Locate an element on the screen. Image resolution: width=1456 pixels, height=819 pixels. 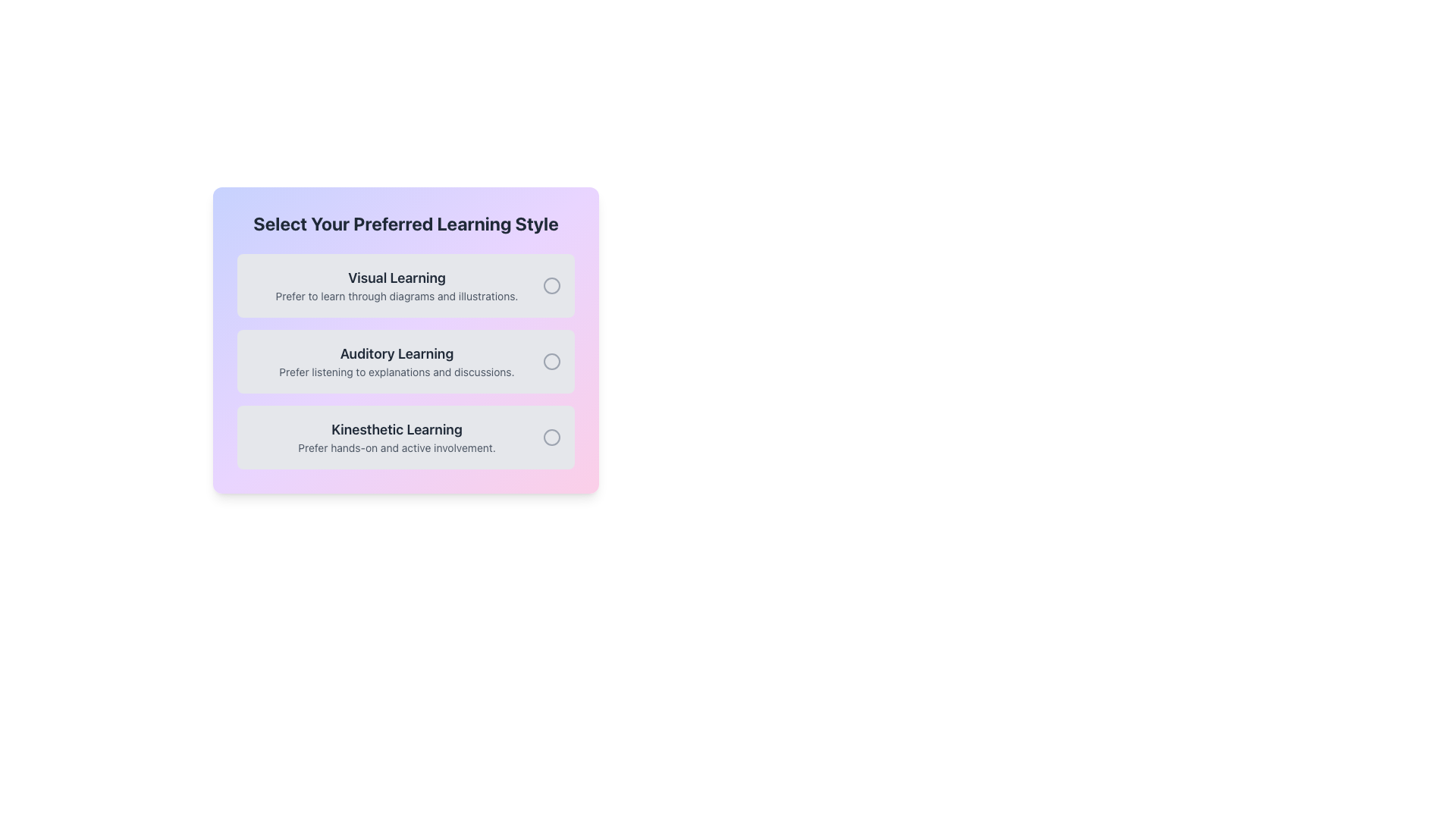
the third option in the list titled 'Select Your Preferred Learning Style' which represents a hands-on and interactive learning style is located at coordinates (397, 438).